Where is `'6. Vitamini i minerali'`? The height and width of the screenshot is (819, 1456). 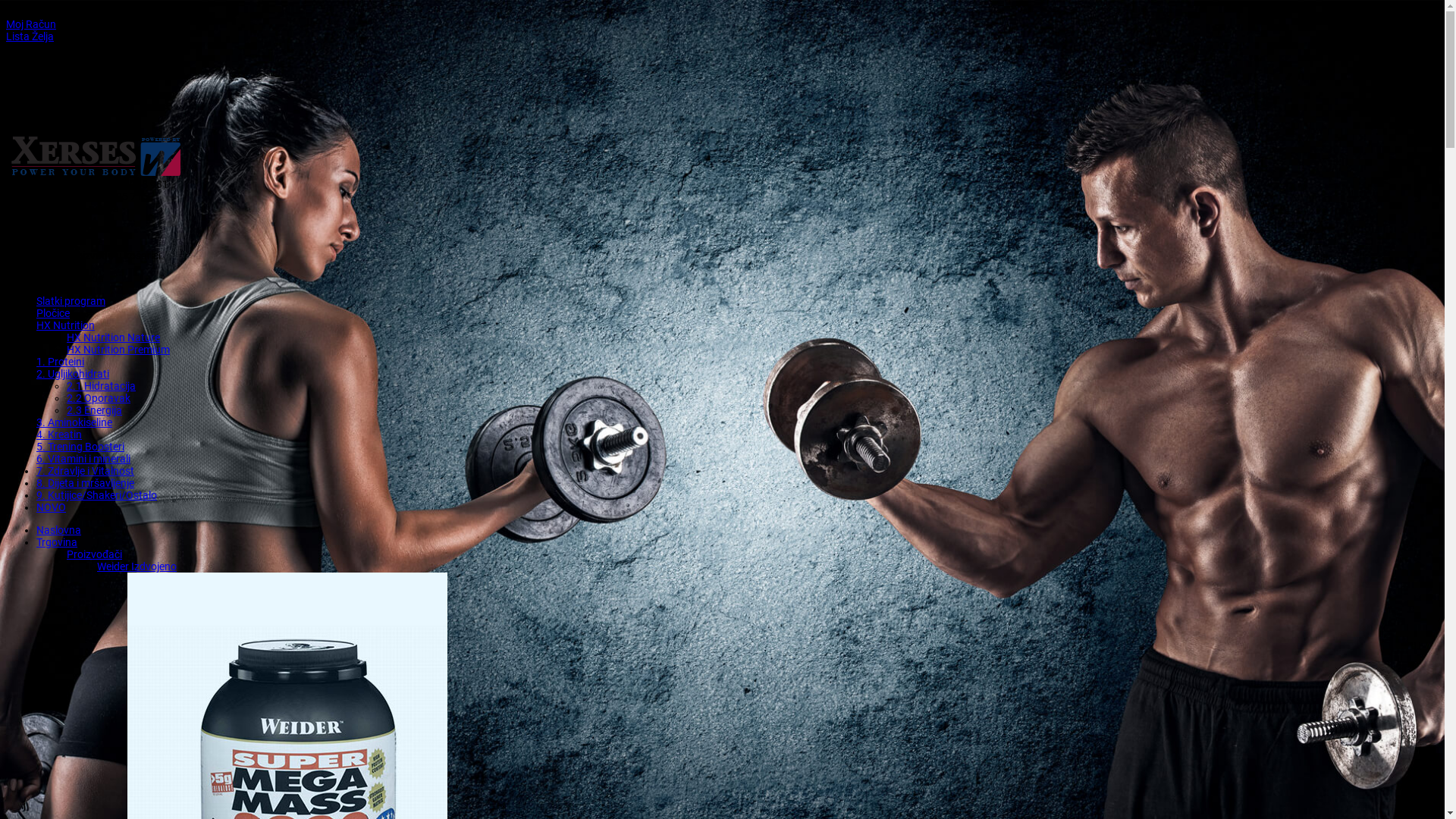
'6. Vitamini i minerali' is located at coordinates (83, 458).